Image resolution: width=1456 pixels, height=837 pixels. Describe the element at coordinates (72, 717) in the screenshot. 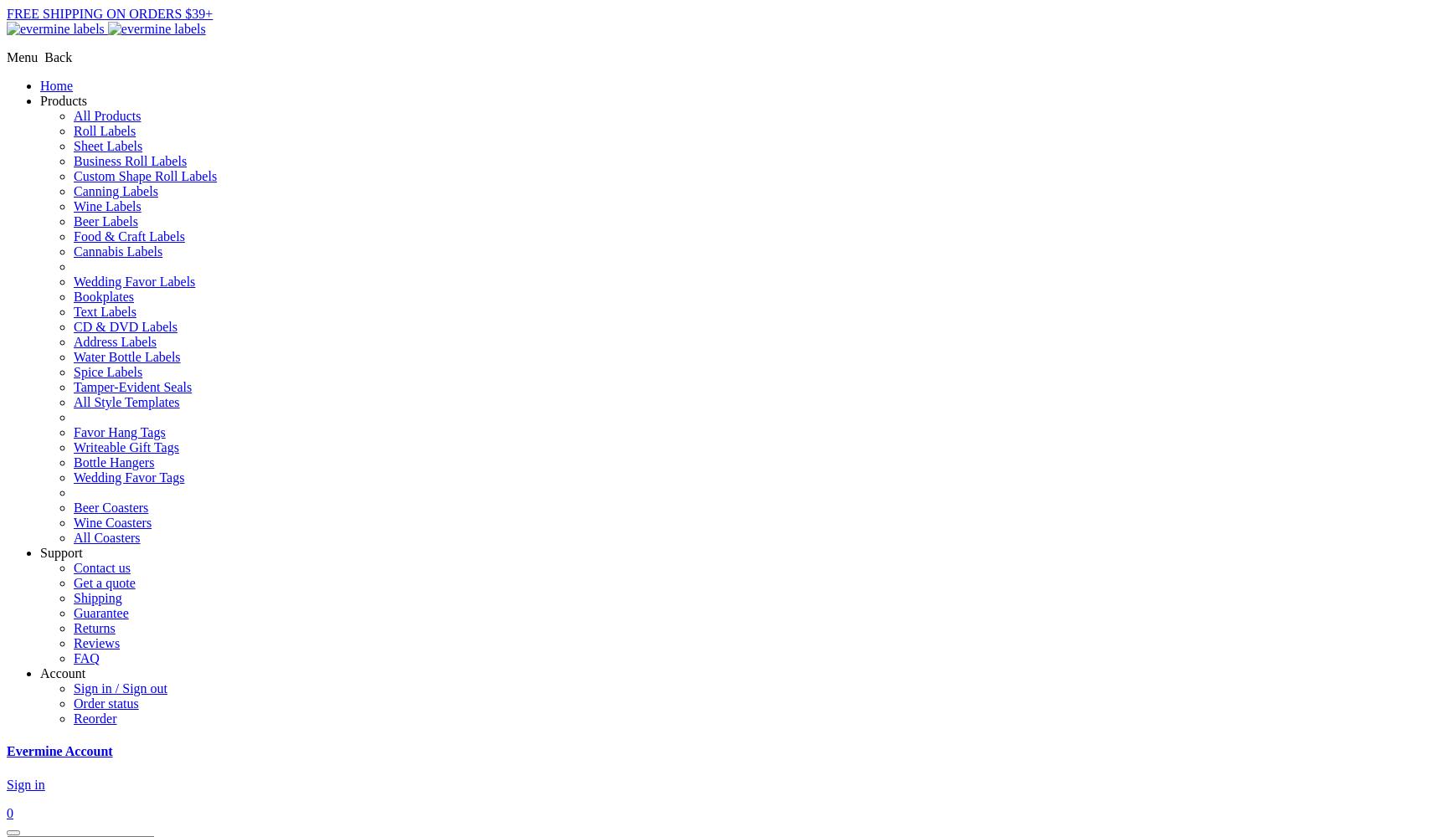

I see `'Reorder'` at that location.